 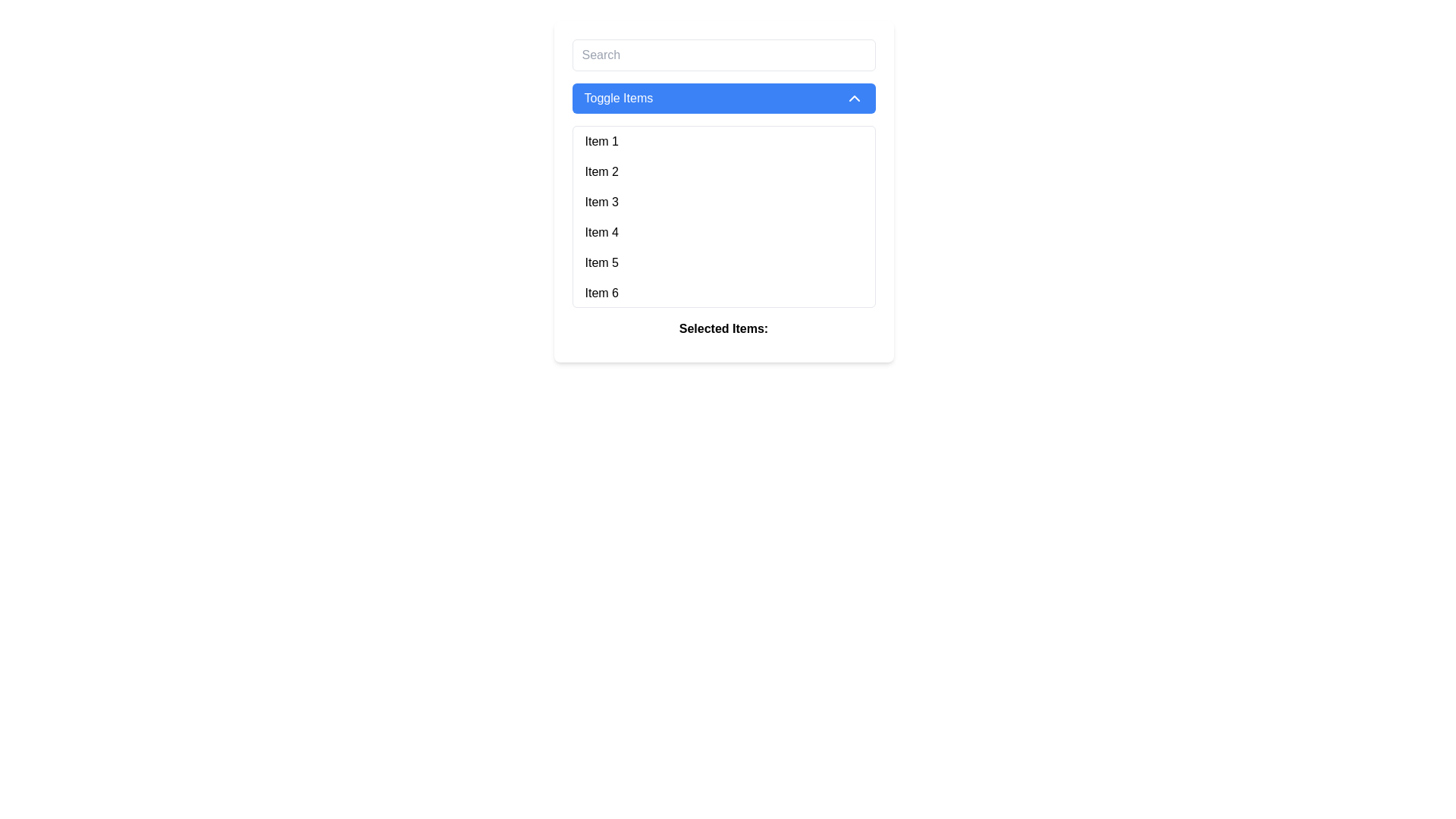 What do you see at coordinates (723, 99) in the screenshot?
I see `the toggle button located below the search input field to interact with the keyboard` at bounding box center [723, 99].